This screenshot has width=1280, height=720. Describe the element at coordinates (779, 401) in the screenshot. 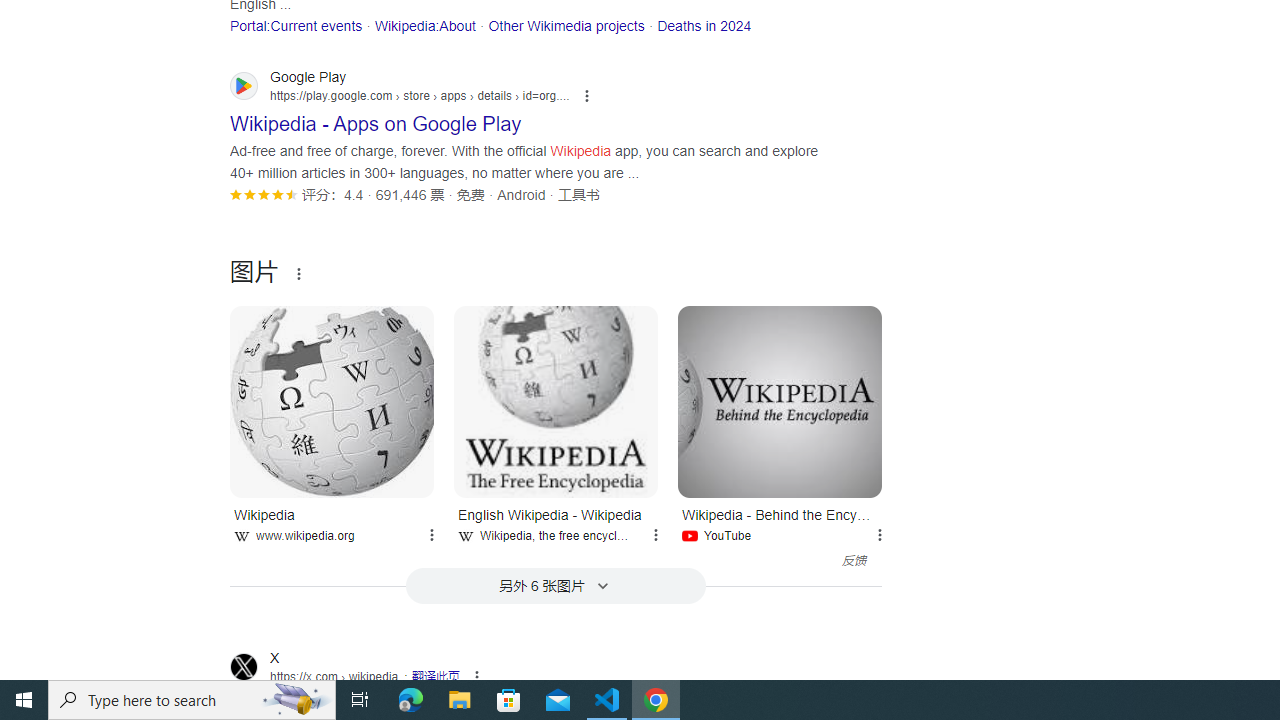

I see `'Wikipedia - Behind the Encyclopedia'` at that location.